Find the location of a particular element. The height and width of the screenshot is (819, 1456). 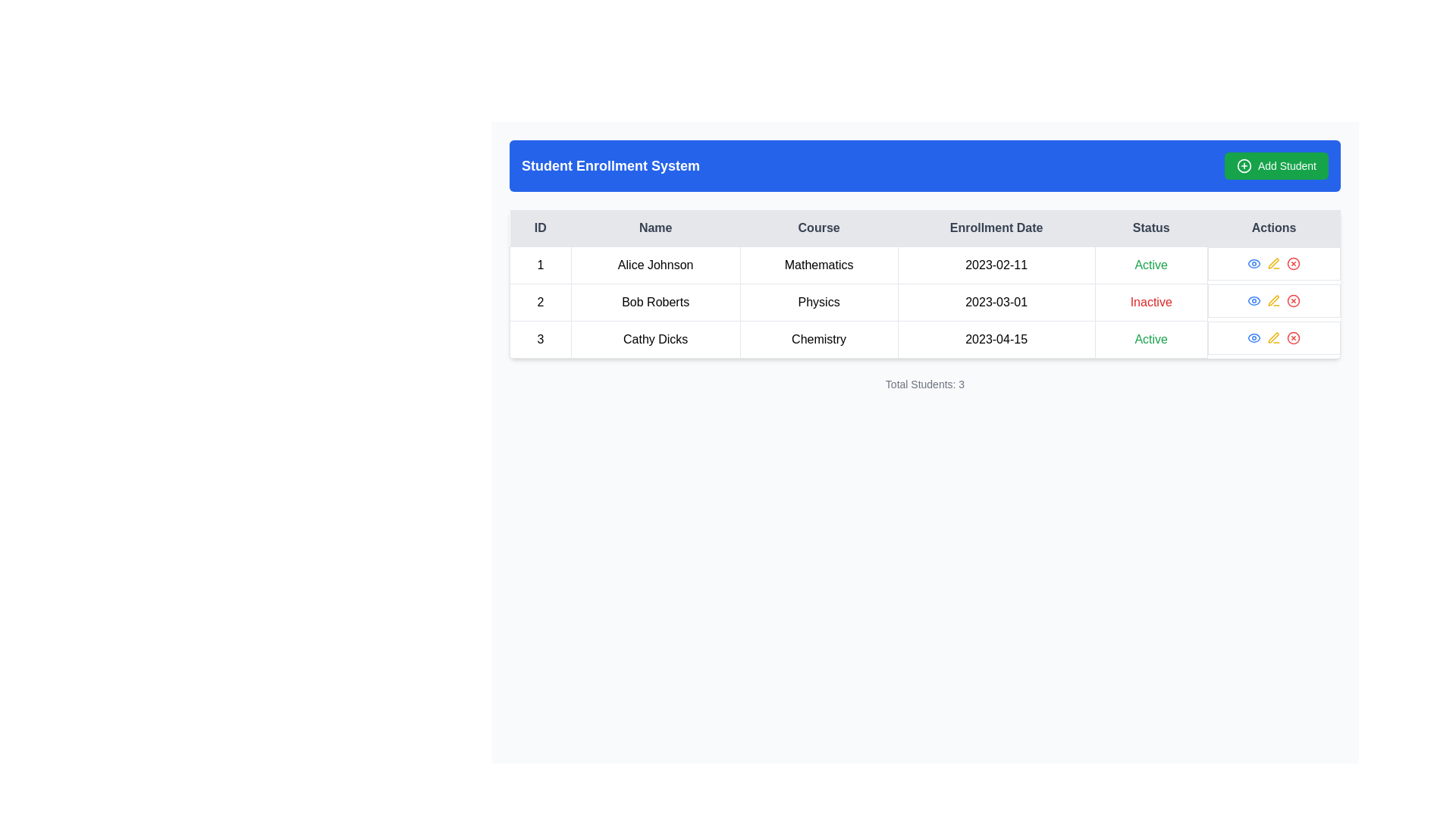

the 'Course' column header, which is the third column in a six-column table, located between the 'Name' and 'Enrollment Date' headers is located at coordinates (818, 228).